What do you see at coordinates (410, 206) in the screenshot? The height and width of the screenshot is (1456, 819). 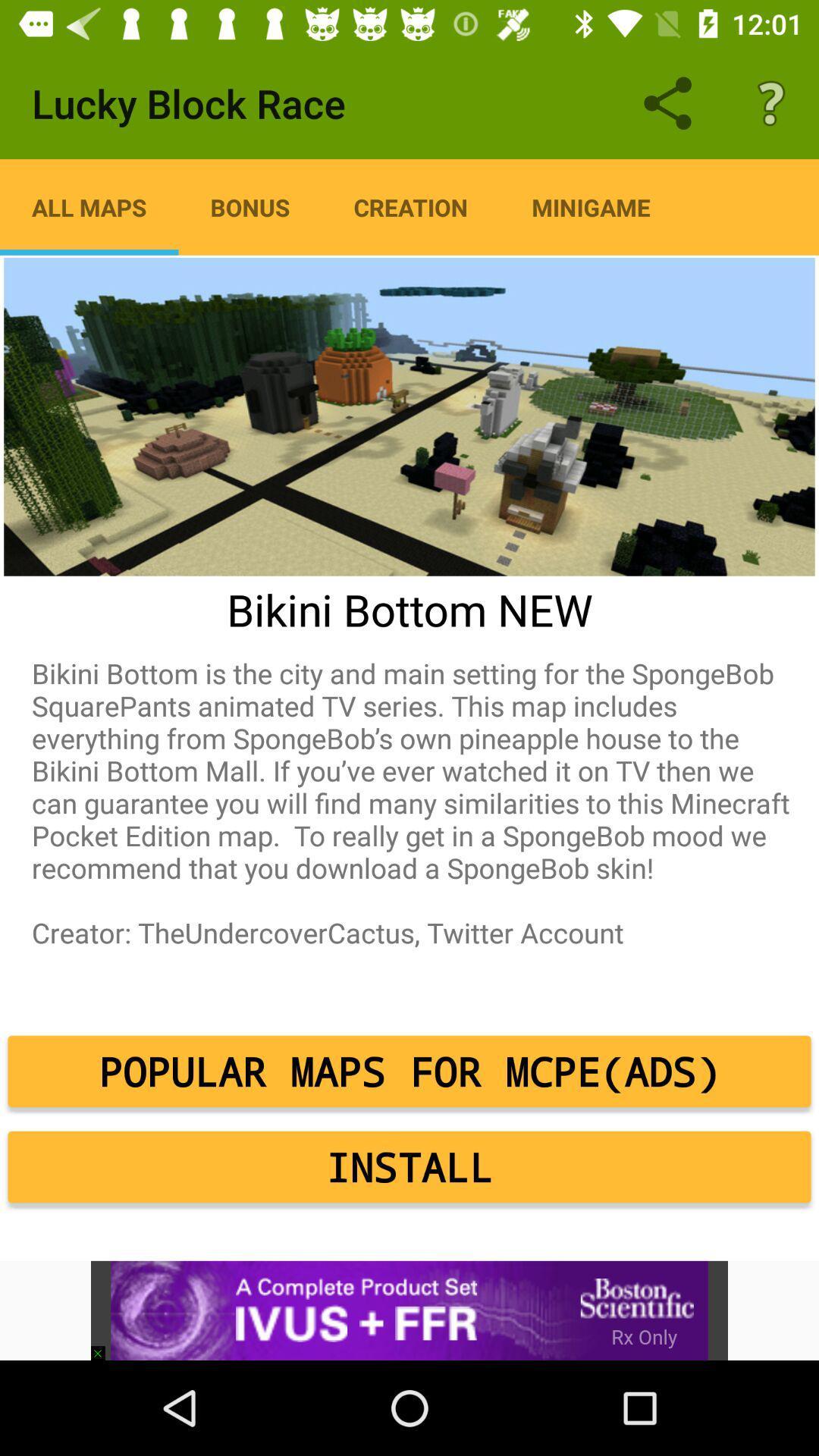 I see `the icon below the lucky block race icon` at bounding box center [410, 206].